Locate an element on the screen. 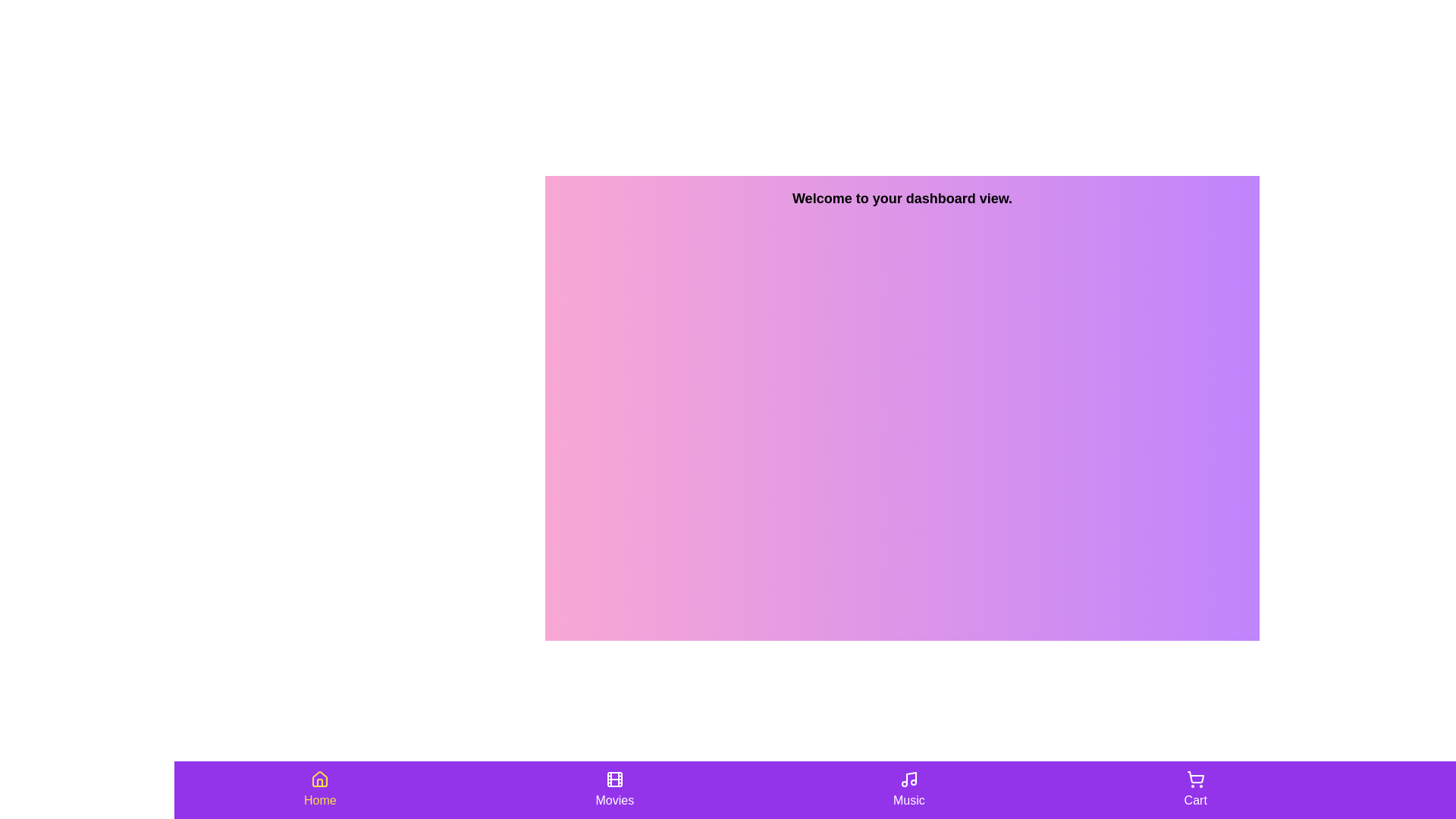 The width and height of the screenshot is (1456, 819). the Music tab by clicking on its button is located at coordinates (908, 789).